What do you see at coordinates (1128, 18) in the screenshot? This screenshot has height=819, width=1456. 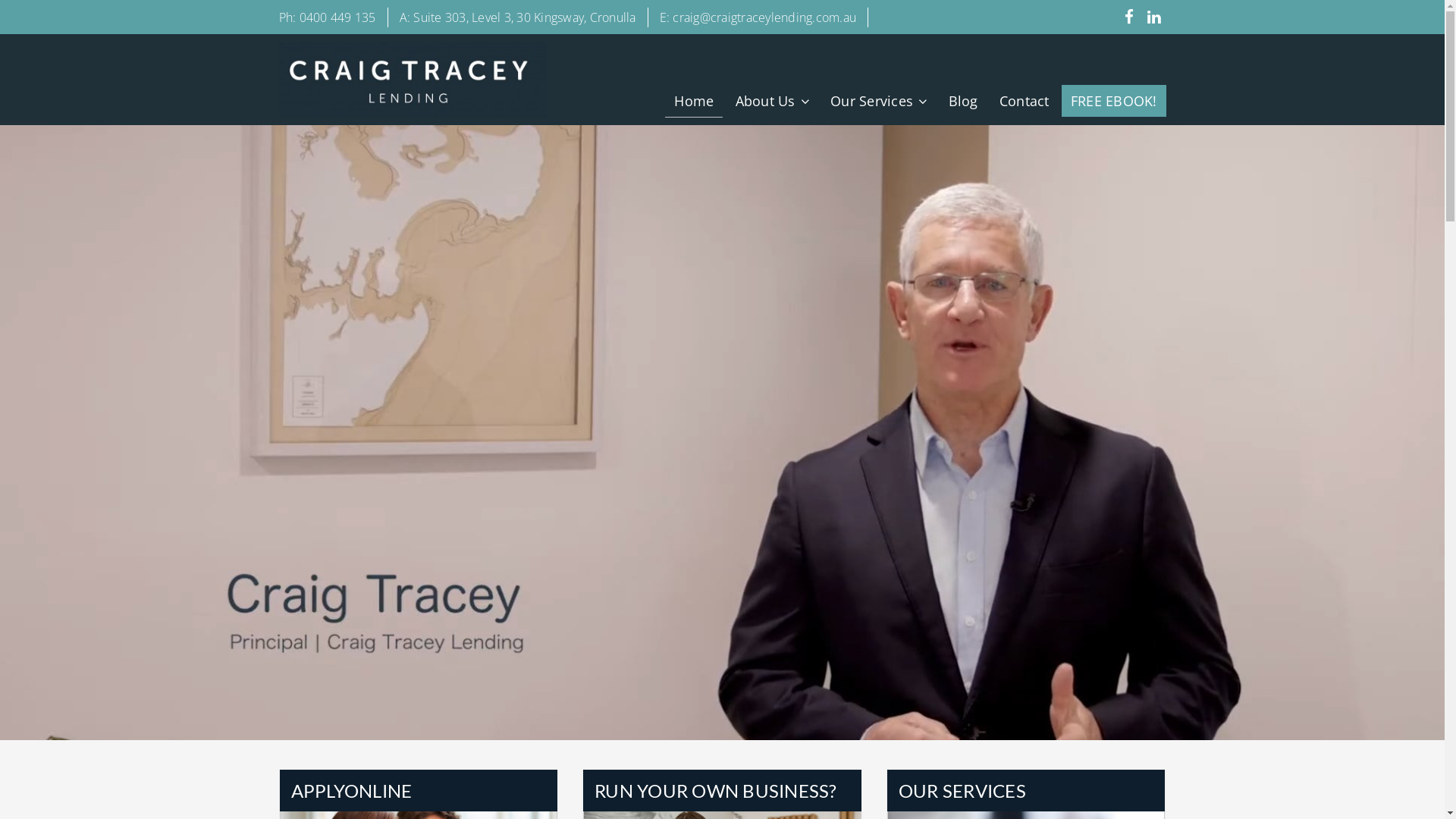 I see `'Like us on Facebook'` at bounding box center [1128, 18].